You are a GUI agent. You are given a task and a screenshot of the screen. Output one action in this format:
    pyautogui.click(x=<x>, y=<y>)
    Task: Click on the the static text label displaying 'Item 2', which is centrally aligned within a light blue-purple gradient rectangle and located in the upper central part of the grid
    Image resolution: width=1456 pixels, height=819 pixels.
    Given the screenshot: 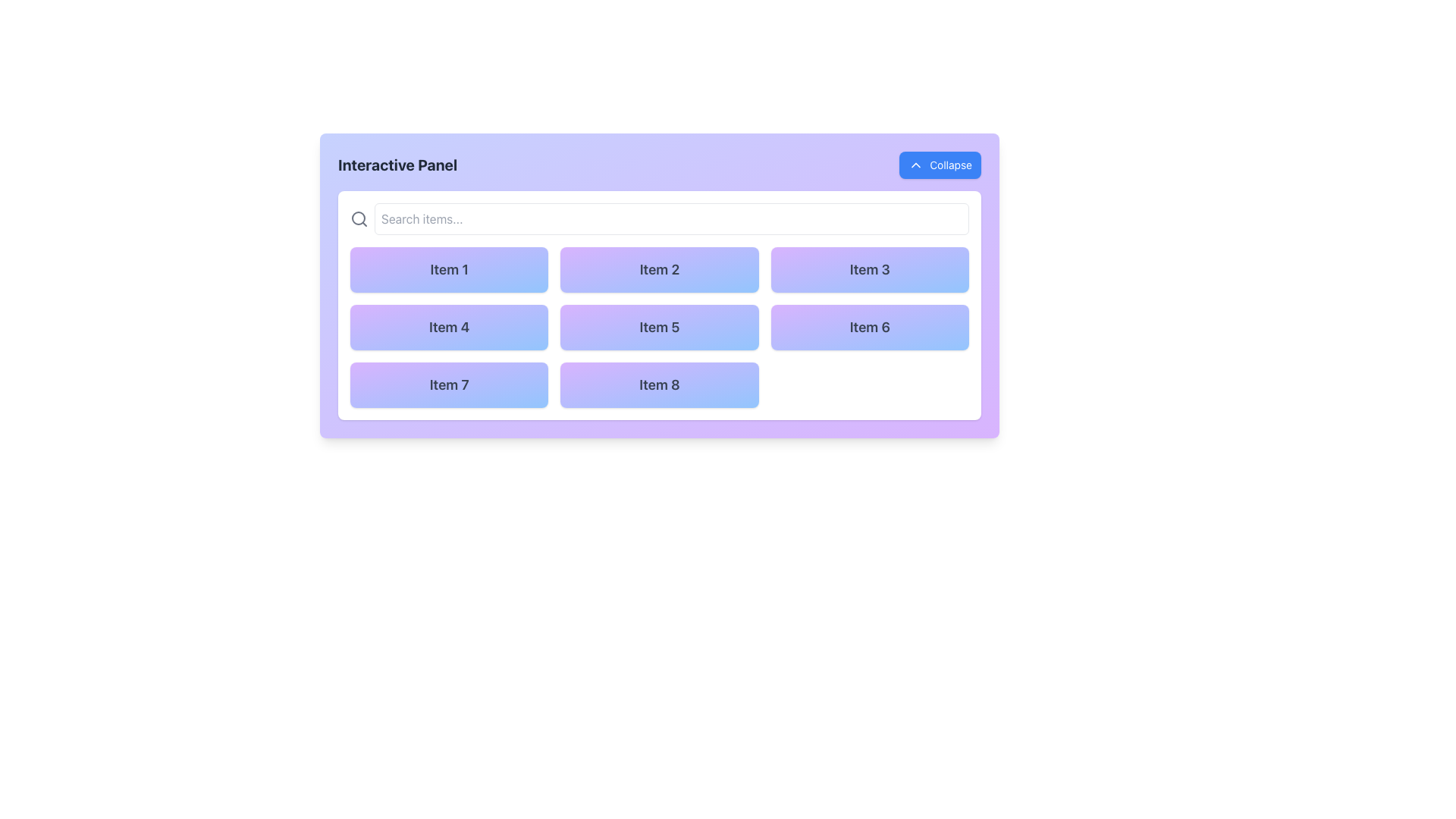 What is the action you would take?
    pyautogui.click(x=659, y=268)
    